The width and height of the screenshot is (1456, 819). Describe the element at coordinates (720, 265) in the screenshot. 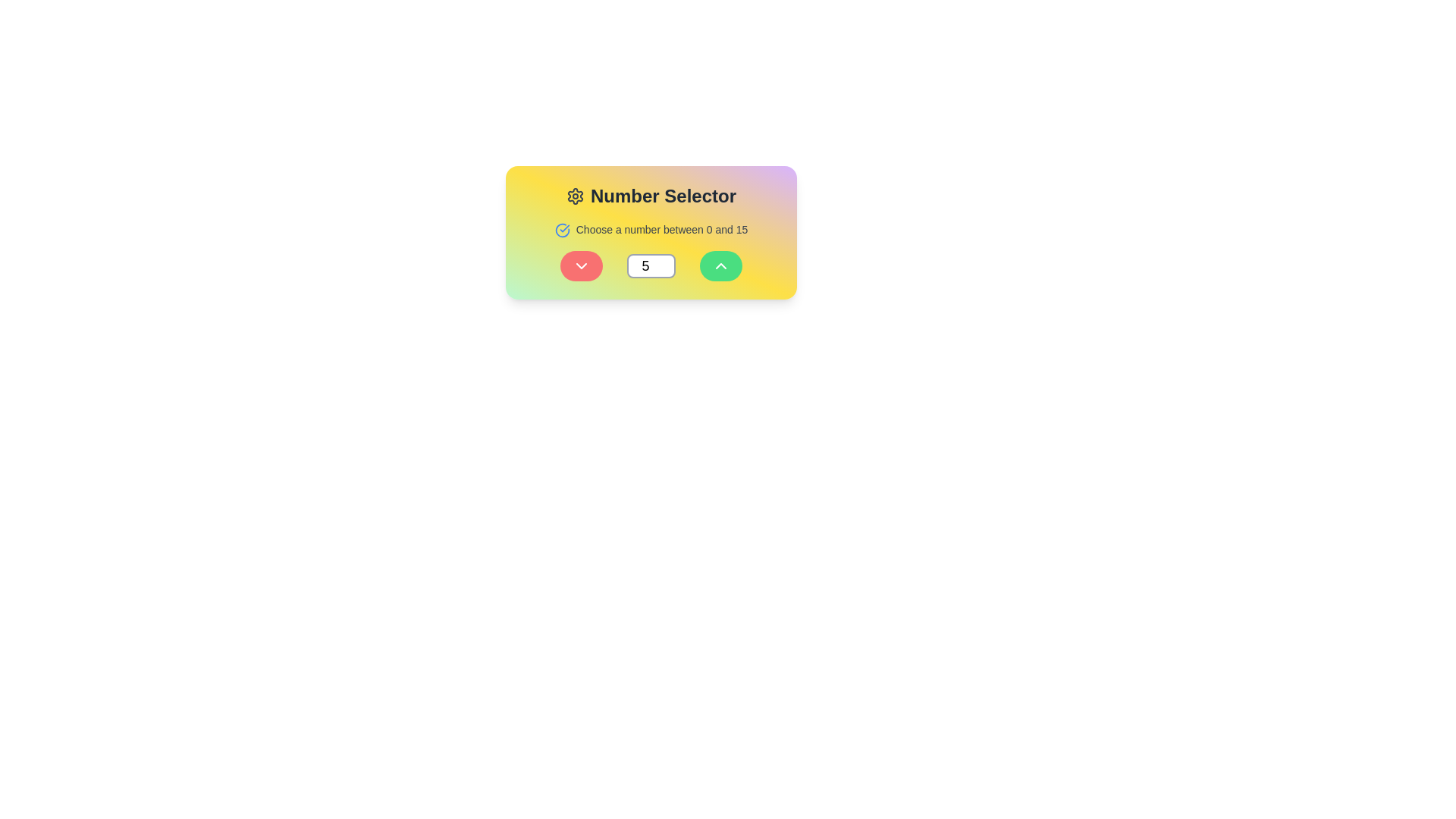

I see `the circular green button with a white upward-pointing chevron symbol to increment the numeric value` at that location.